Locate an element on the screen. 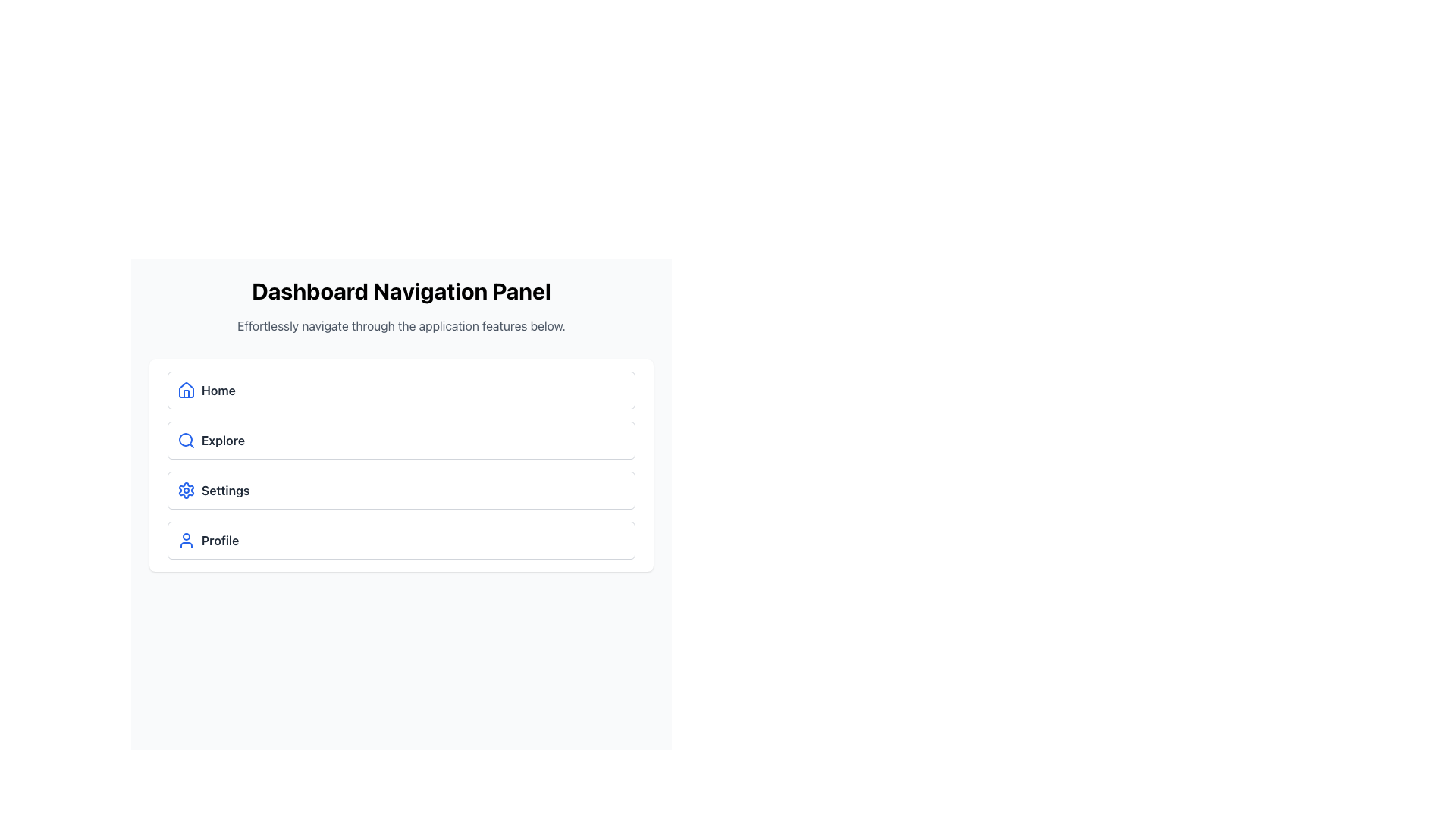 The height and width of the screenshot is (819, 1456). the 'Profile' button, which is the fourth button in the vertical navigation list, serving as a visual indicator for user profile management is located at coordinates (185, 540).